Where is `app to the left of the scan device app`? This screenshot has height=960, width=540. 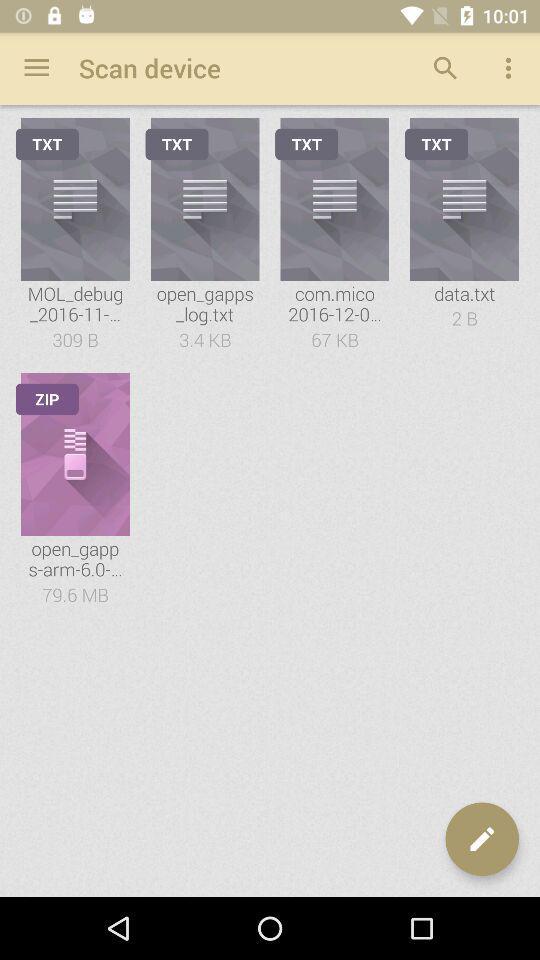 app to the left of the scan device app is located at coordinates (36, 68).